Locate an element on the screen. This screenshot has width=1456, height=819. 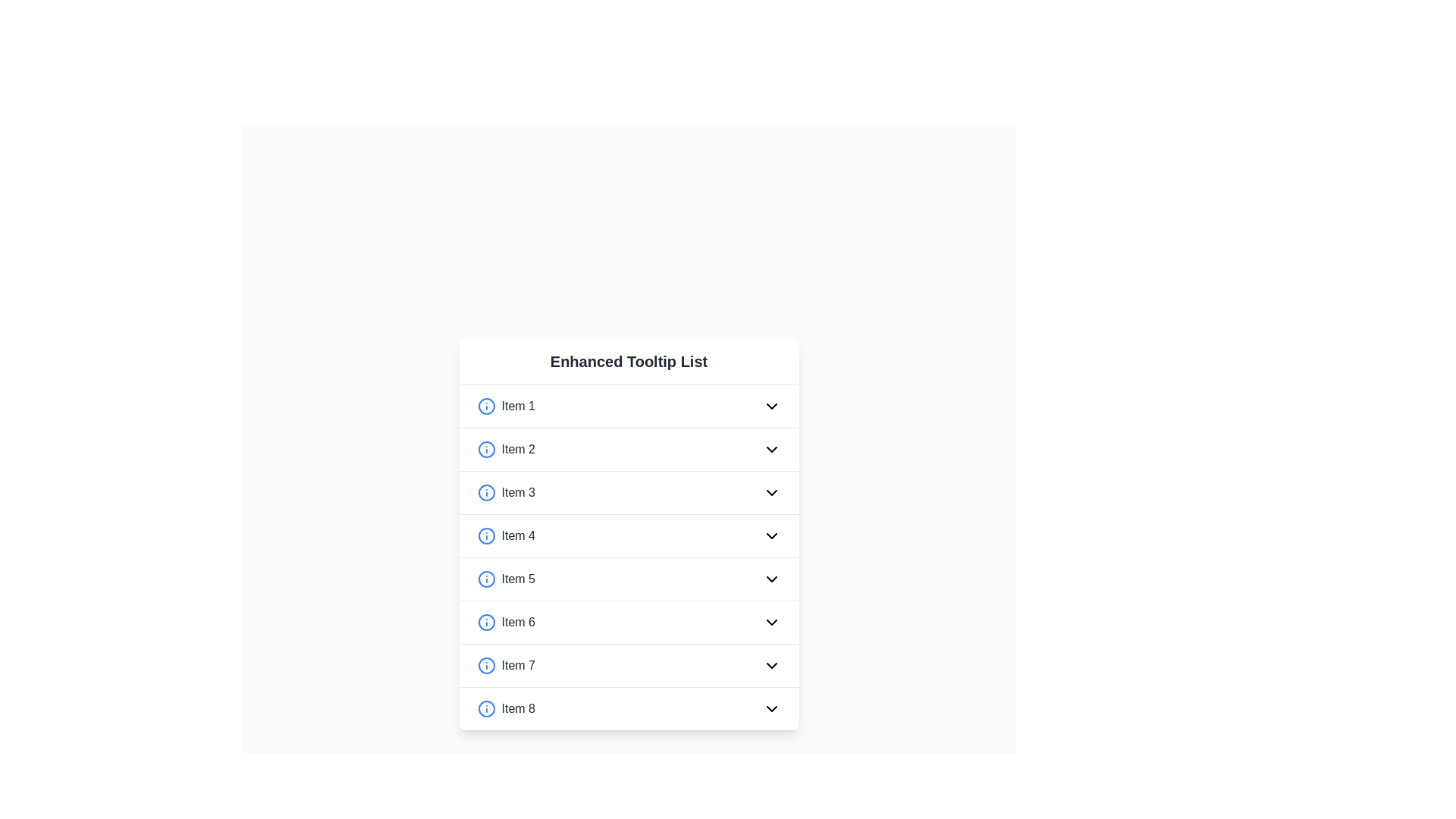
the fifth selectable list item in the 'Enhanced Tooltip List' is located at coordinates (629, 579).